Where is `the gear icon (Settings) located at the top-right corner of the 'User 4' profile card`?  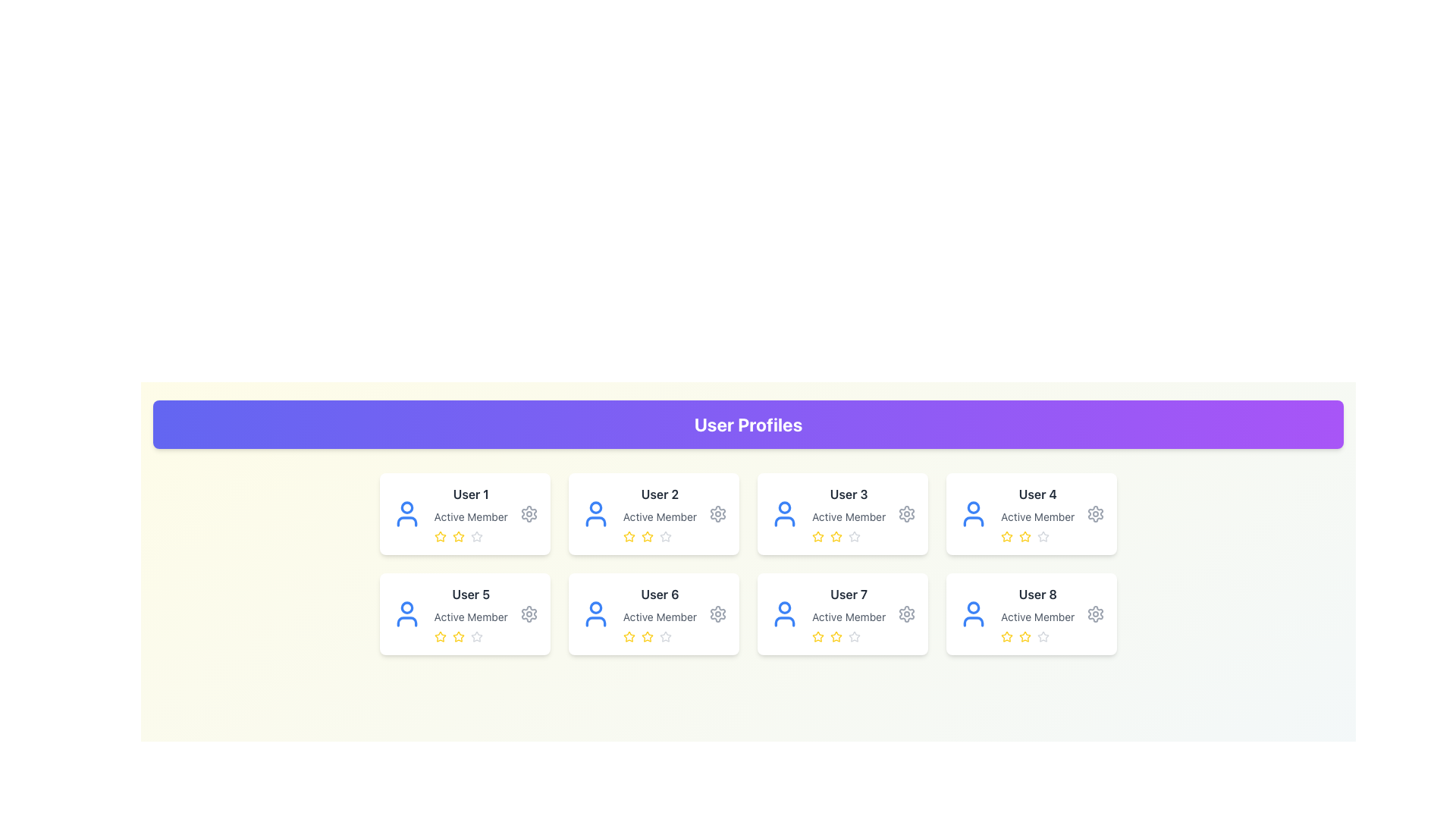
the gear icon (Settings) located at the top-right corner of the 'User 4' profile card is located at coordinates (1096, 513).